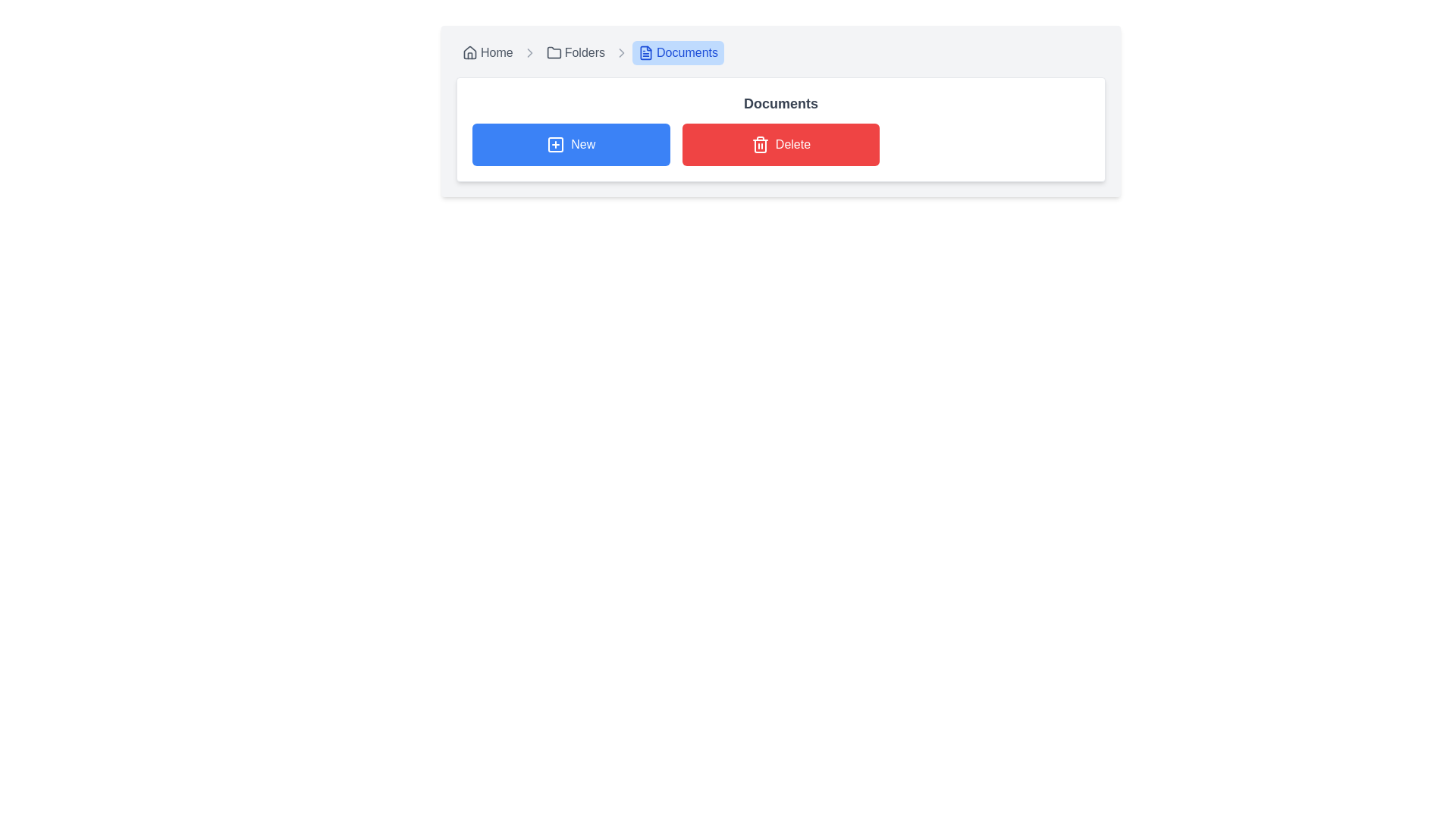 The height and width of the screenshot is (819, 1456). Describe the element at coordinates (497, 52) in the screenshot. I see `the 'Home' text label in the breadcrumb navigation bar, which indicates the current or starting point in the navigation hierarchy` at that location.